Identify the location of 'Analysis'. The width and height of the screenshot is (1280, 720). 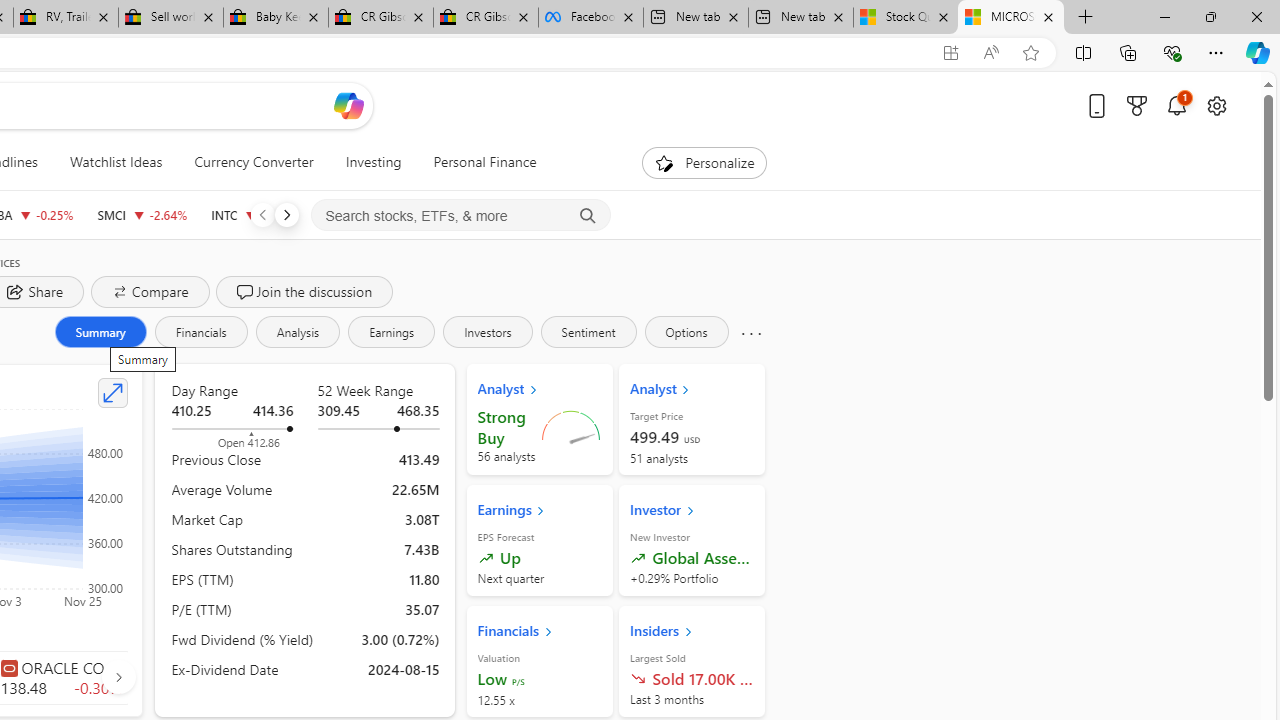
(296, 330).